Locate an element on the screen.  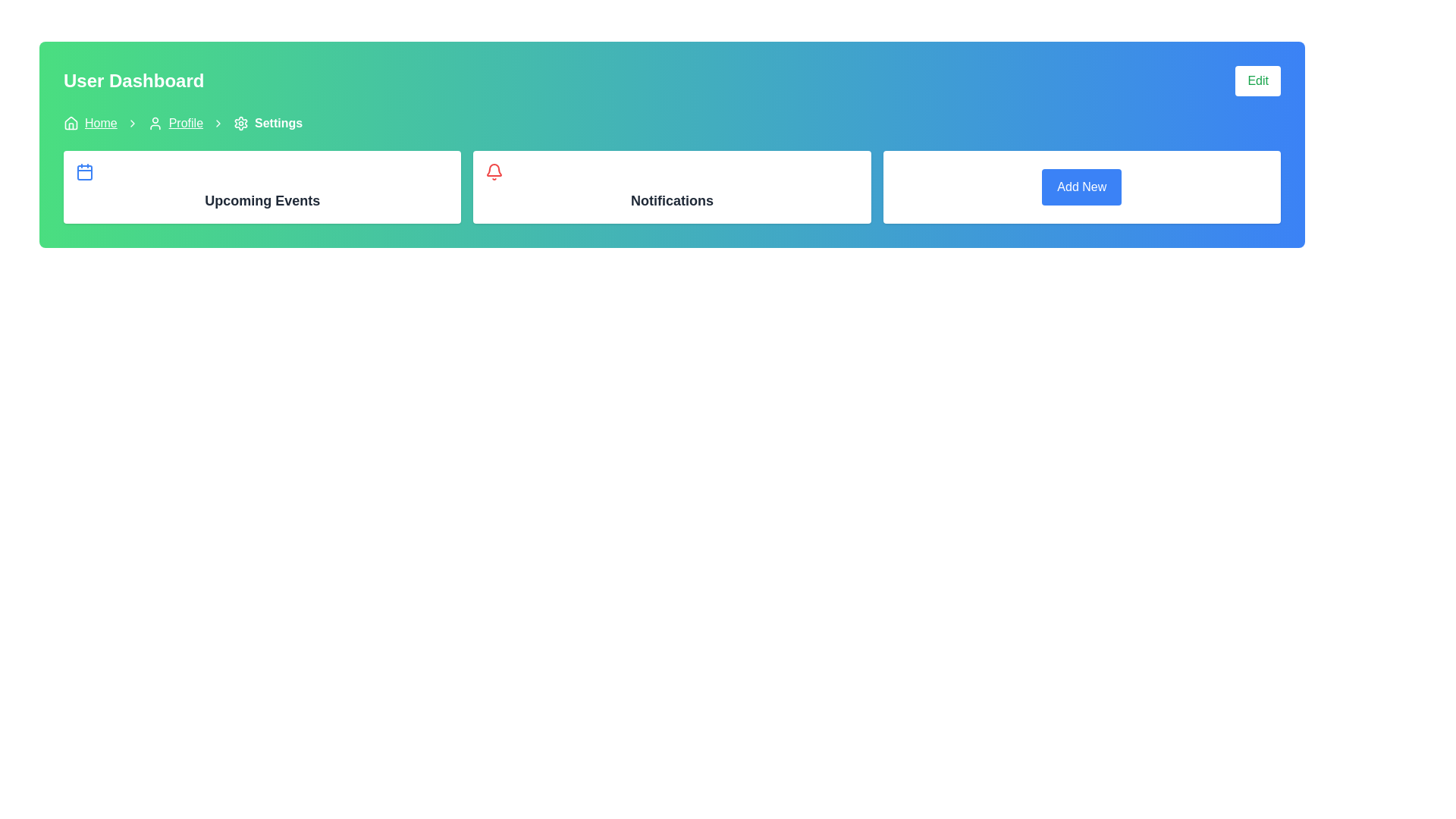
the 'Edit' button located in the top-right corner of the User Dashboard, which has a white background and green text is located at coordinates (1258, 81).